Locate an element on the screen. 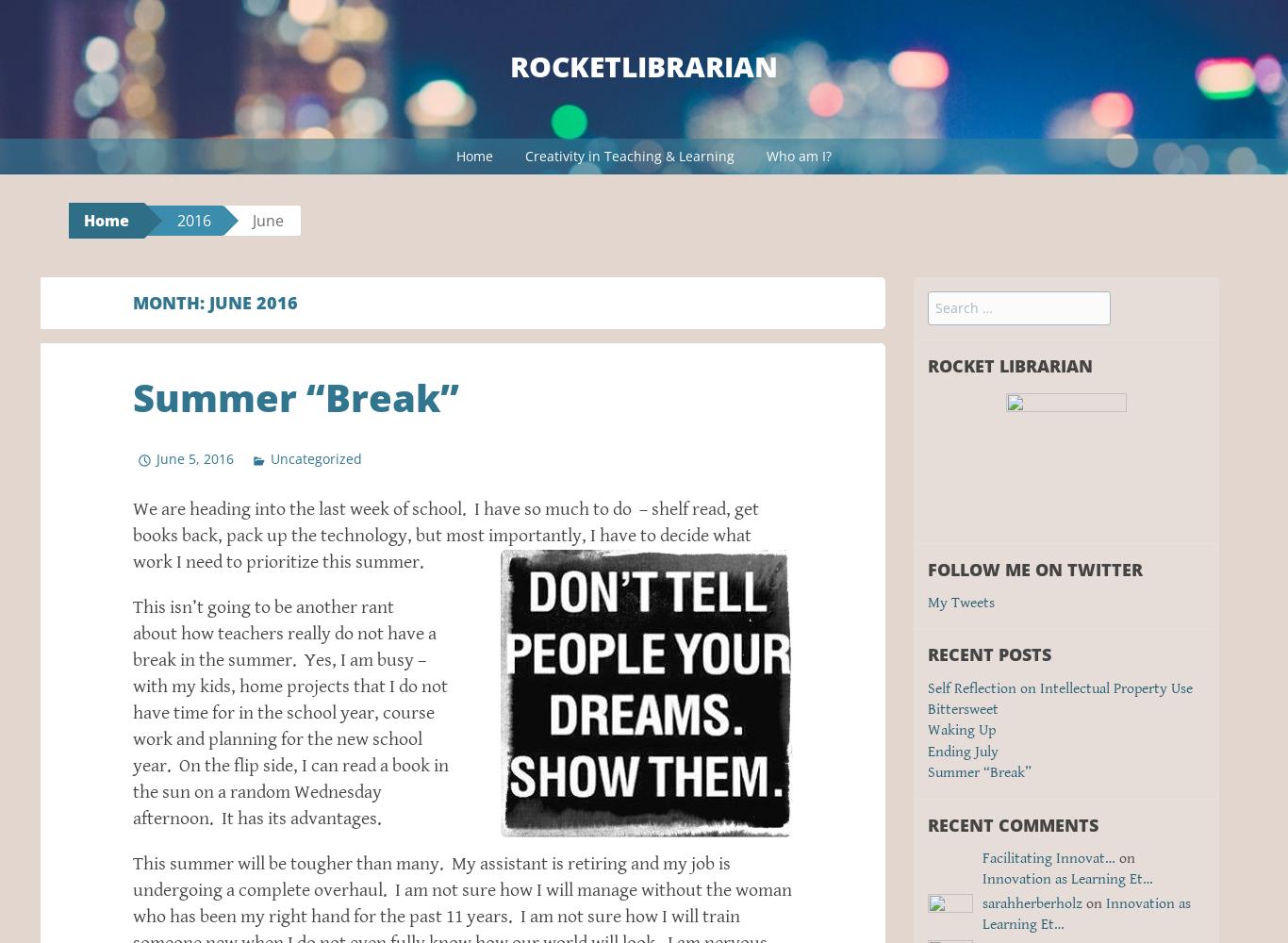 This screenshot has height=943, width=1288. 'Month:' is located at coordinates (170, 302).